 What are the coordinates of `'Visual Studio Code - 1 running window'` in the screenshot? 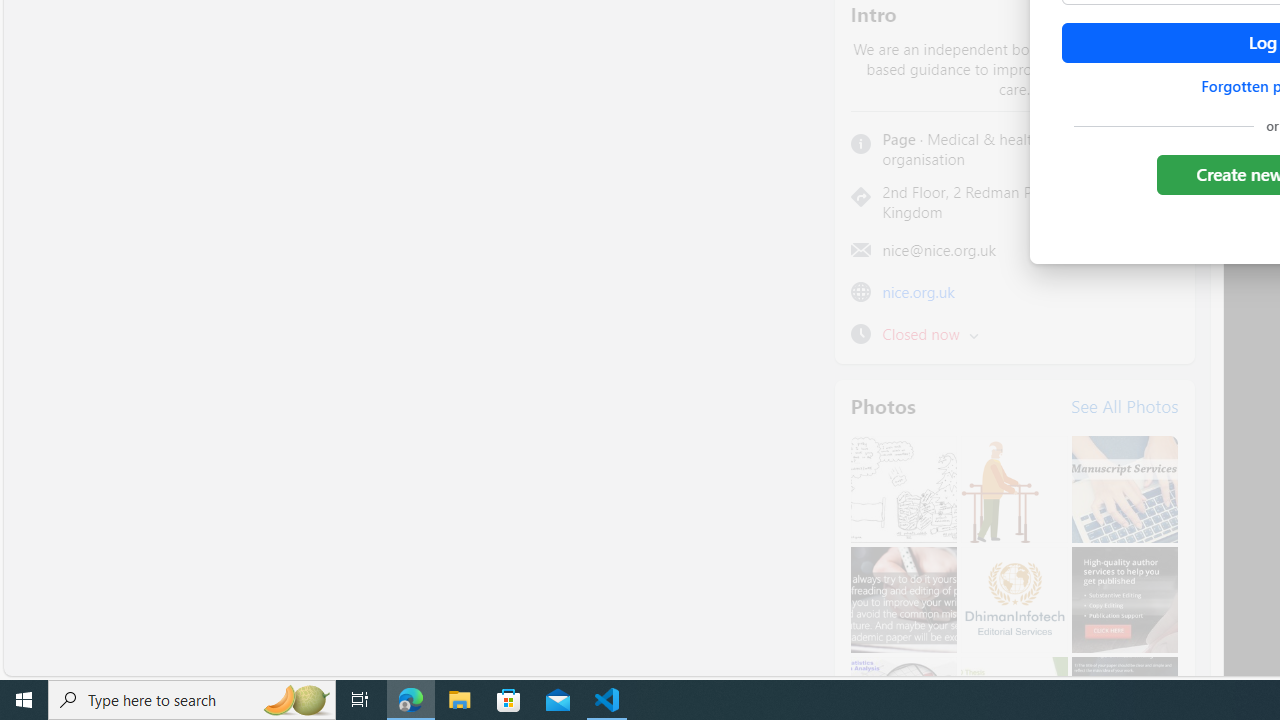 It's located at (606, 698).